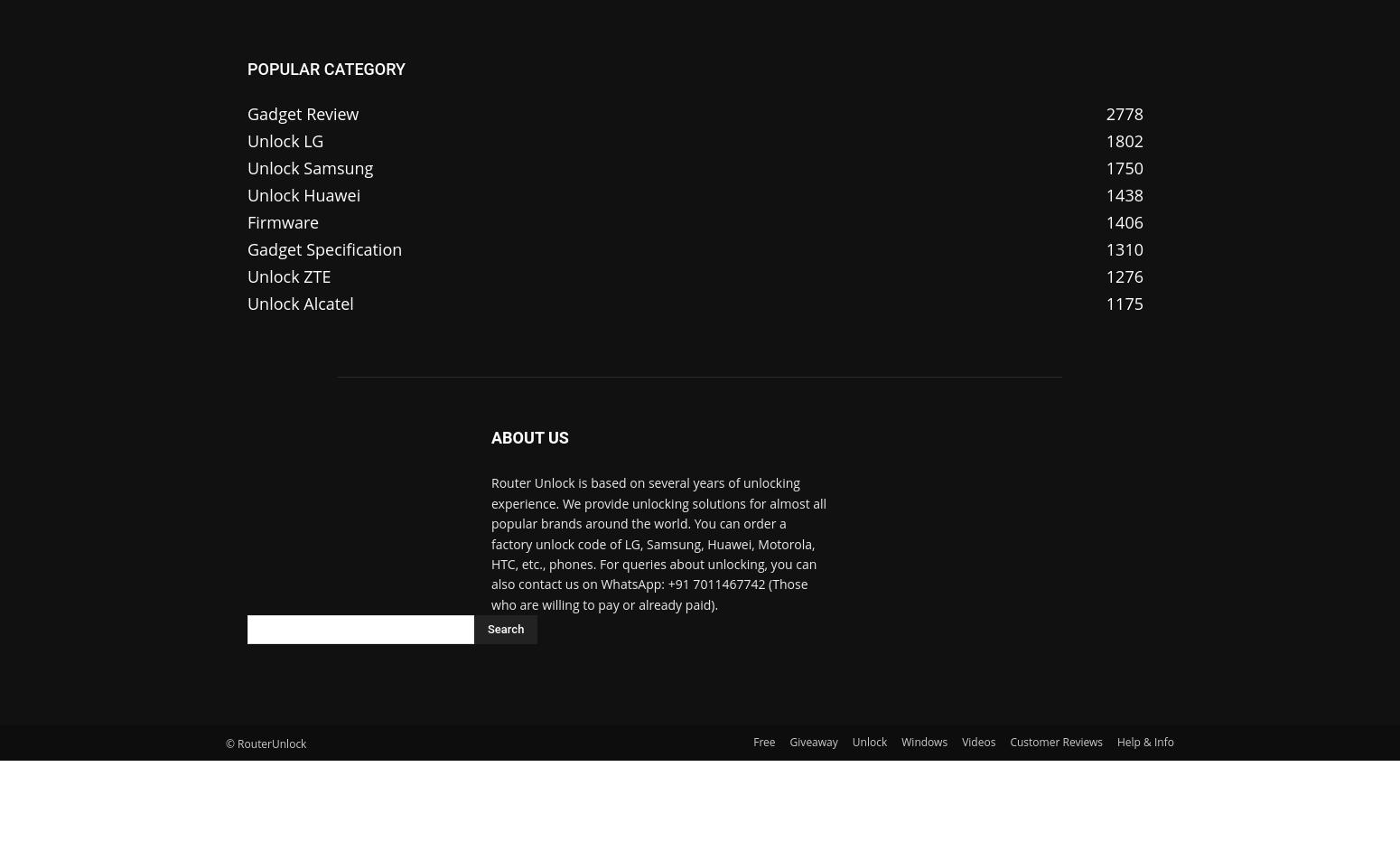 The height and width of the screenshot is (851, 1400). What do you see at coordinates (506, 629) in the screenshot?
I see `'Search'` at bounding box center [506, 629].